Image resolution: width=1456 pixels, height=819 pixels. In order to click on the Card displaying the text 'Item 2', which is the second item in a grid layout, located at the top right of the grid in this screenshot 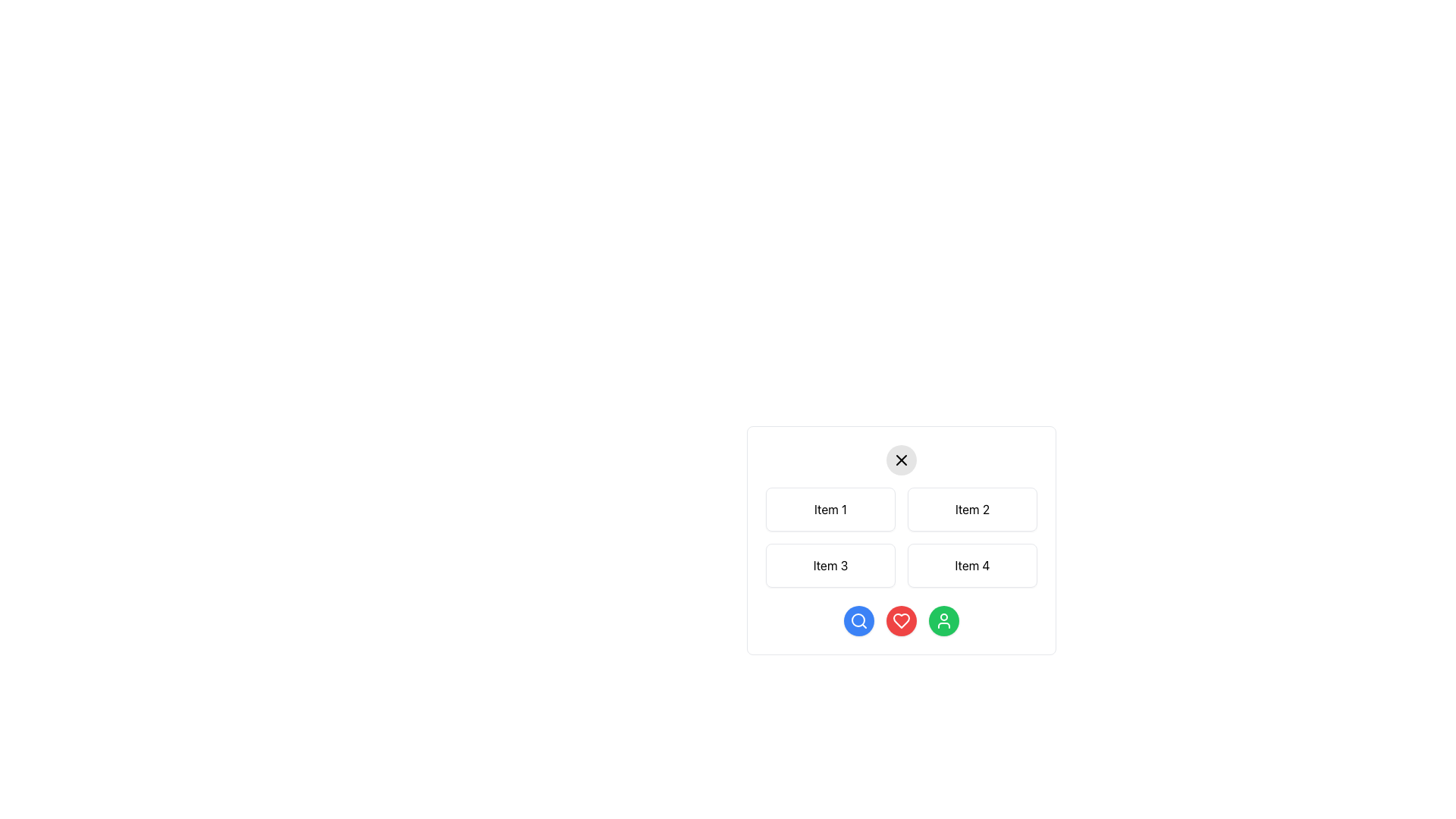, I will do `click(972, 509)`.